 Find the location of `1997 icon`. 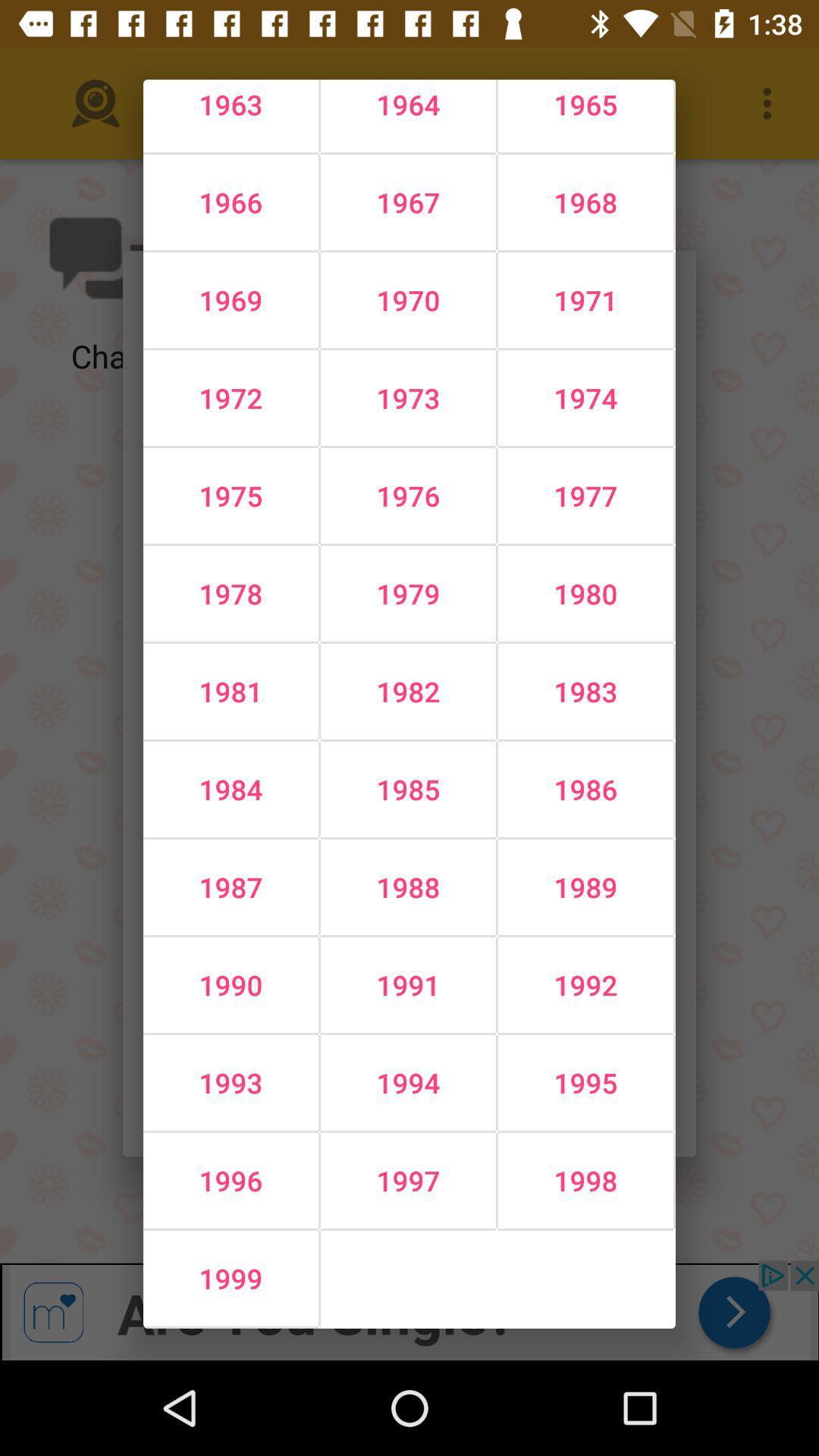

1997 icon is located at coordinates (407, 1179).